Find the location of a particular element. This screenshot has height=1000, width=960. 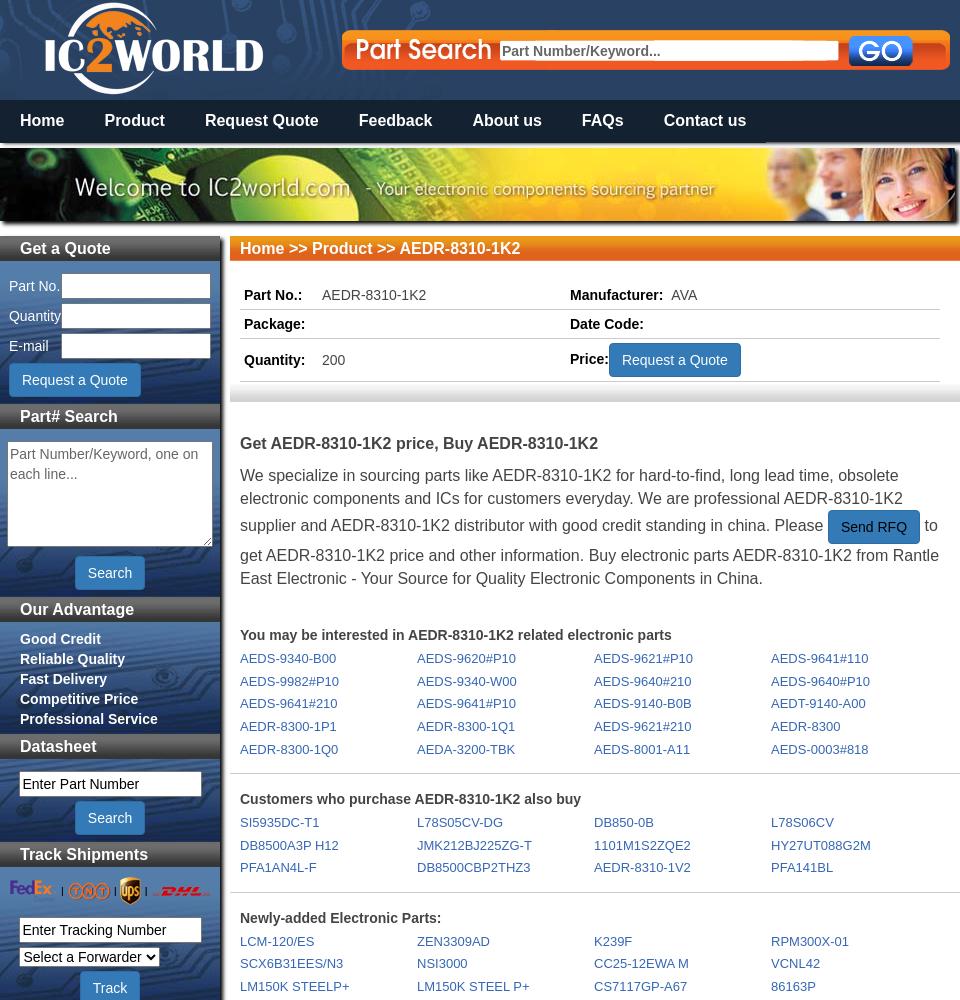

'Quantity:' is located at coordinates (243, 358).